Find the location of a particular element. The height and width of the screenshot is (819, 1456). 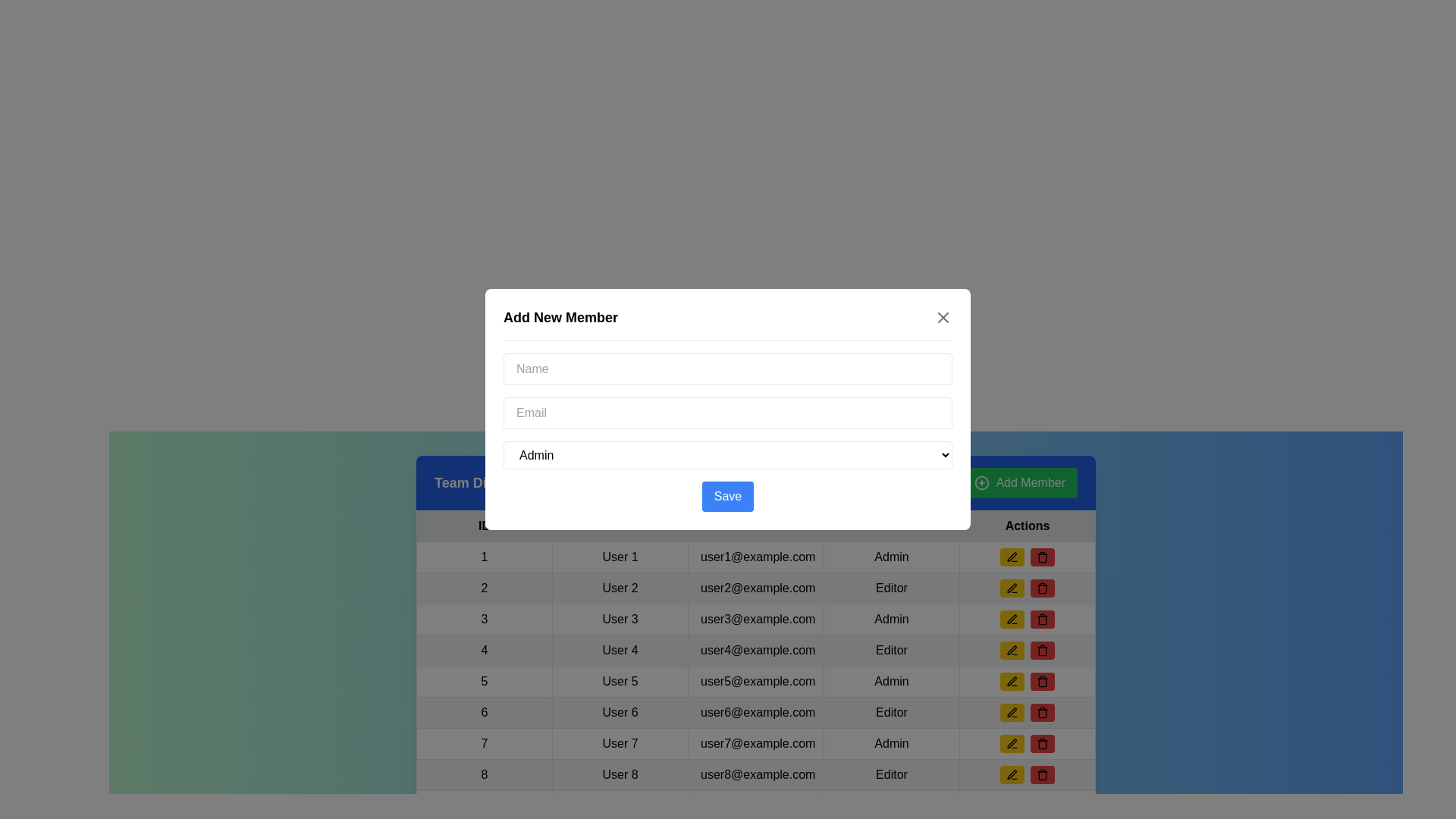

the pen-like icon within the yellow editing button for 'User 5' is located at coordinates (1012, 587).